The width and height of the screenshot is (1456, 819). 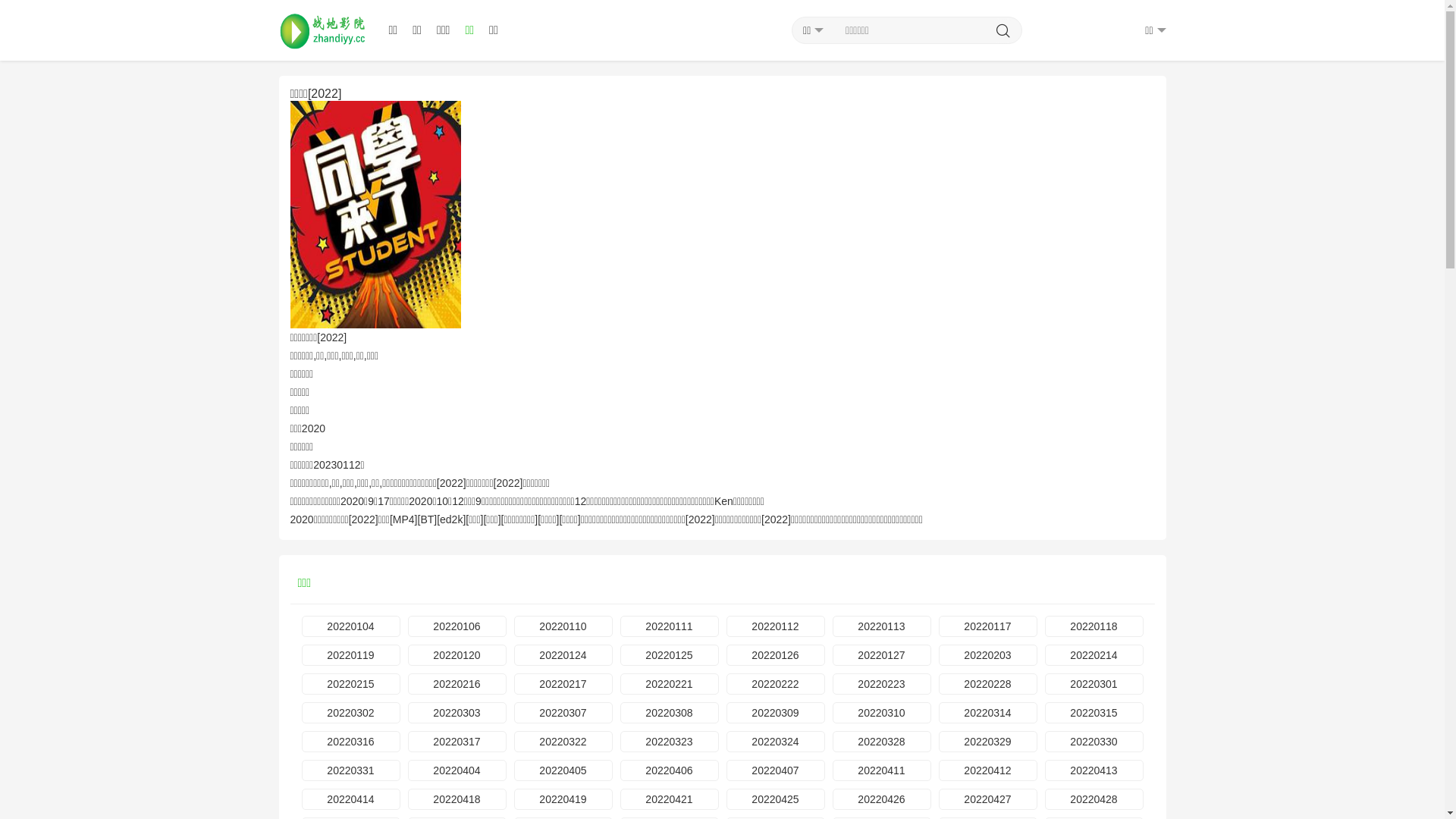 I want to click on '20220419', so click(x=563, y=798).